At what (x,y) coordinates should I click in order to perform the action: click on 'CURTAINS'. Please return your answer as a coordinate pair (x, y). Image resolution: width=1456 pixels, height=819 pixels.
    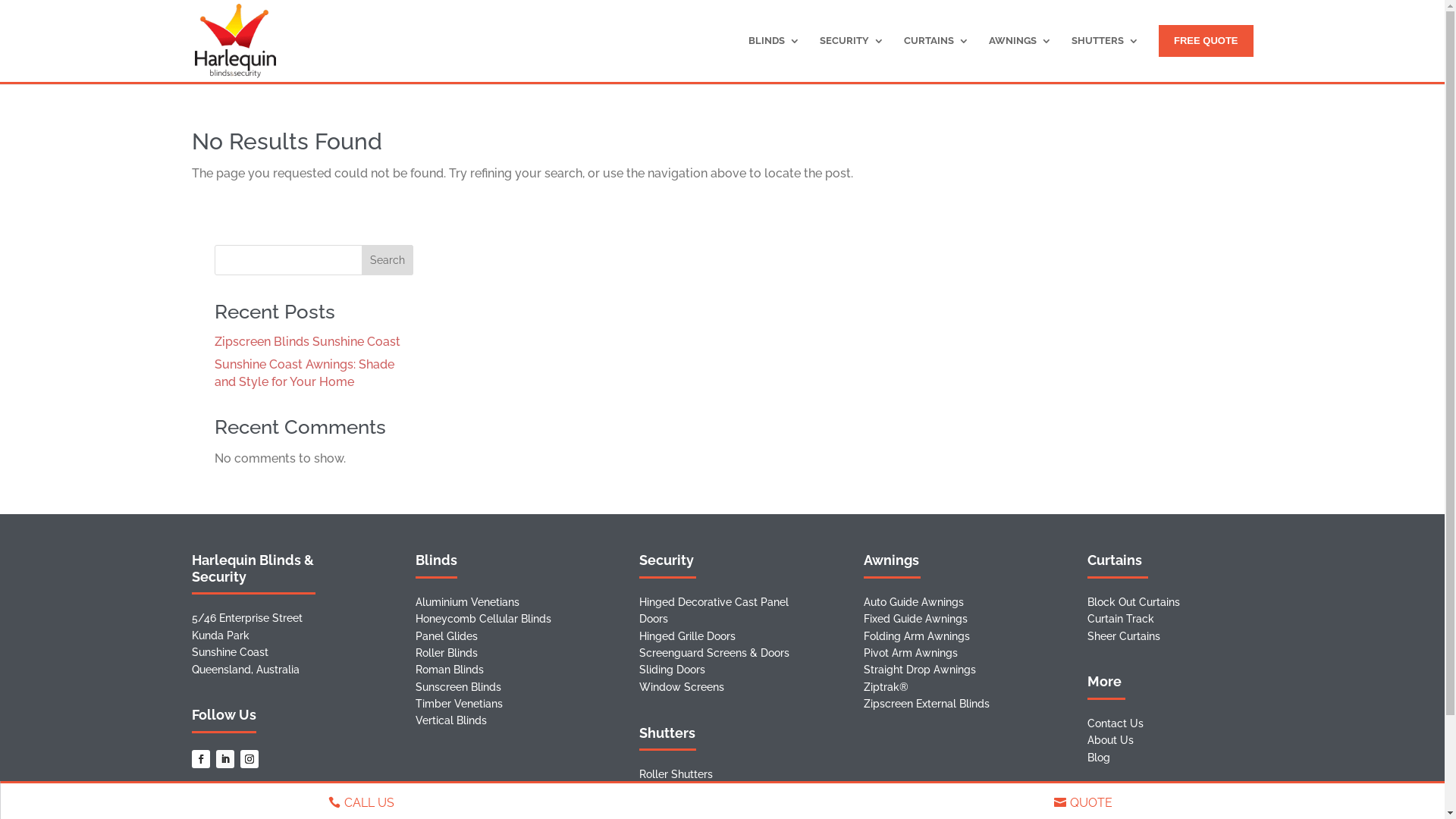
    Looking at the image, I should click on (935, 56).